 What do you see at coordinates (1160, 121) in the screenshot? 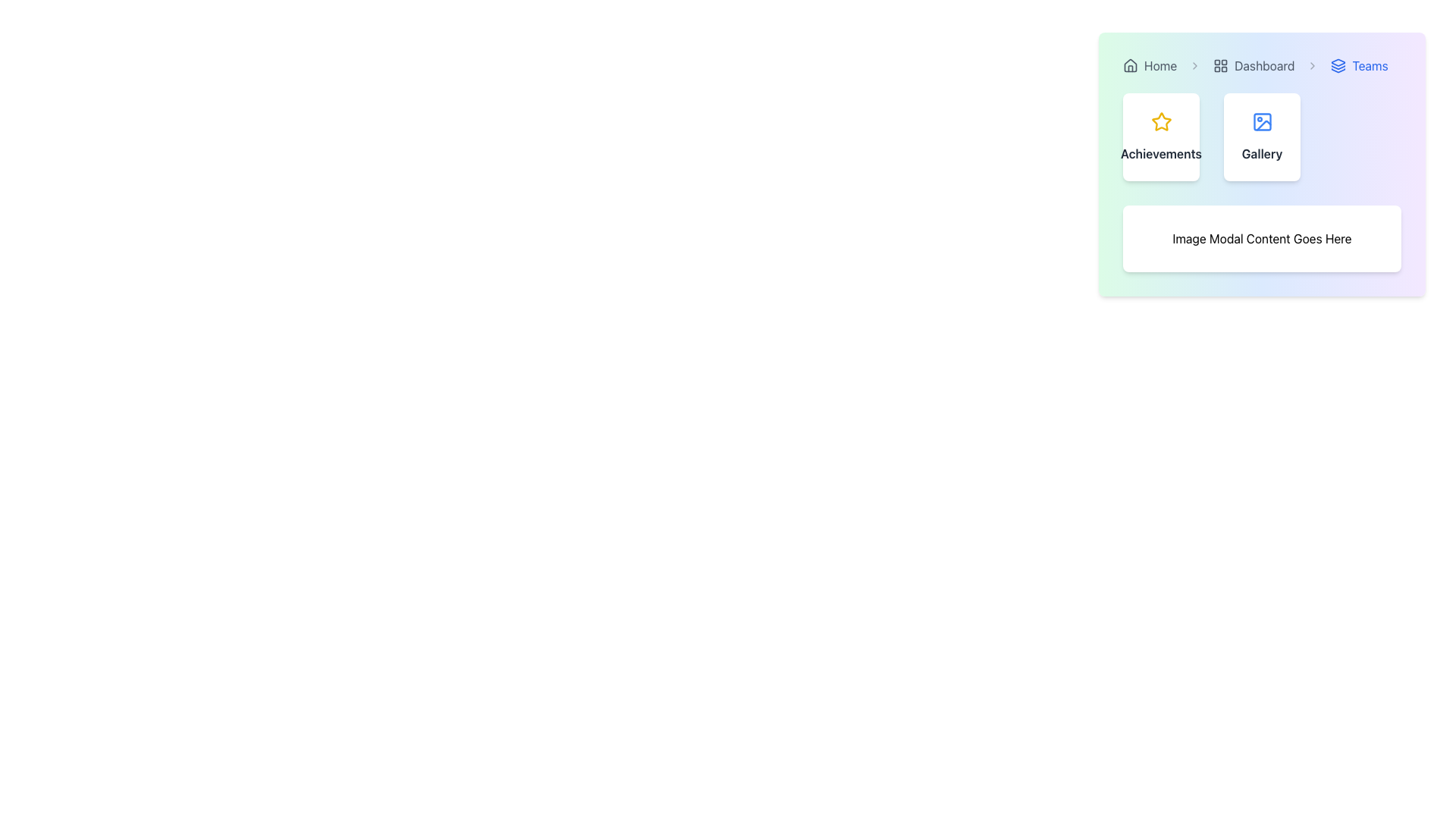
I see `the yellow star icon that is visually centered above the text label 'Achievements' in the upper-left area of the dashboard interface` at bounding box center [1160, 121].